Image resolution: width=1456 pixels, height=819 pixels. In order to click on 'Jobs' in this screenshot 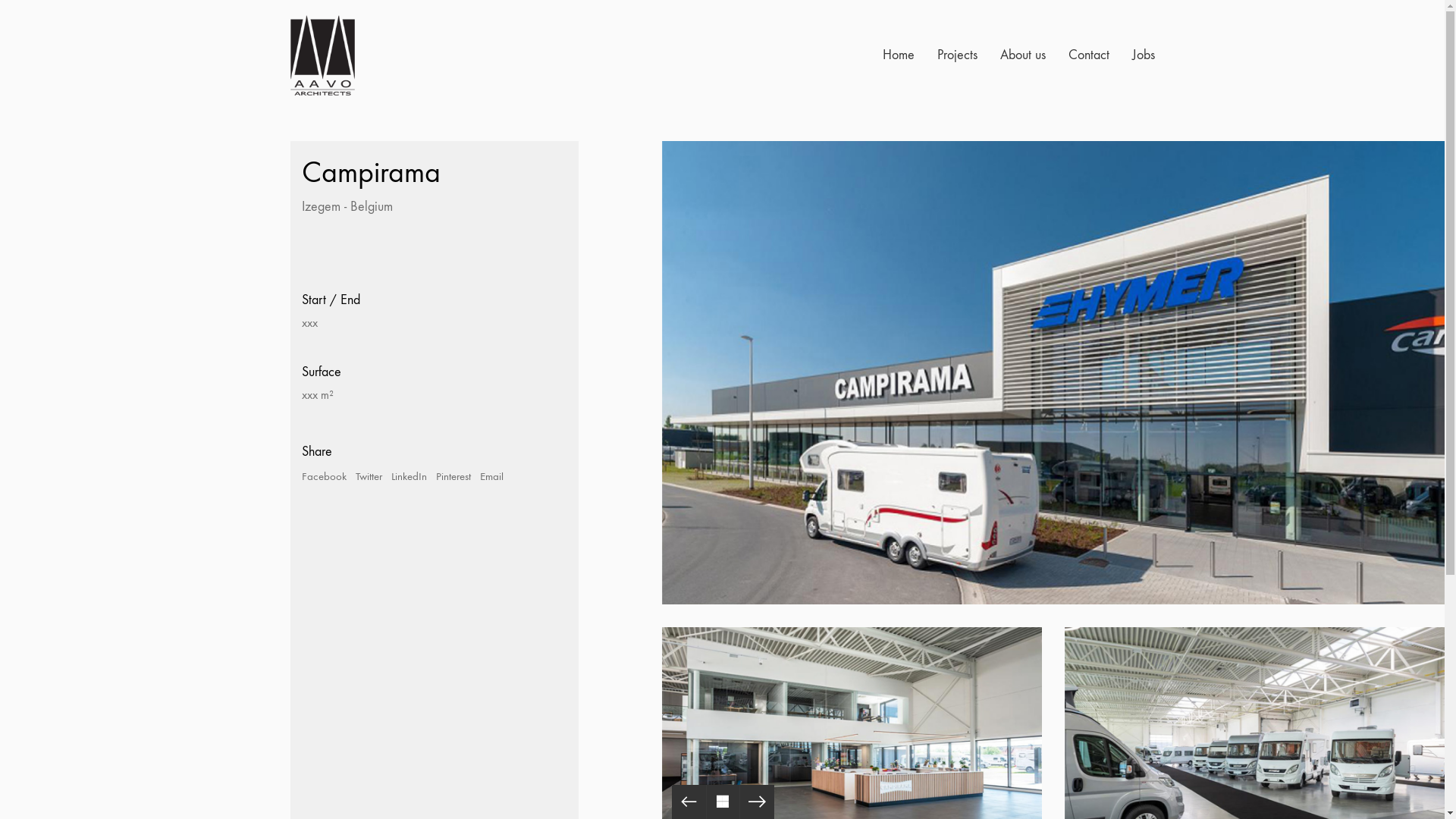, I will do `click(1143, 55)`.